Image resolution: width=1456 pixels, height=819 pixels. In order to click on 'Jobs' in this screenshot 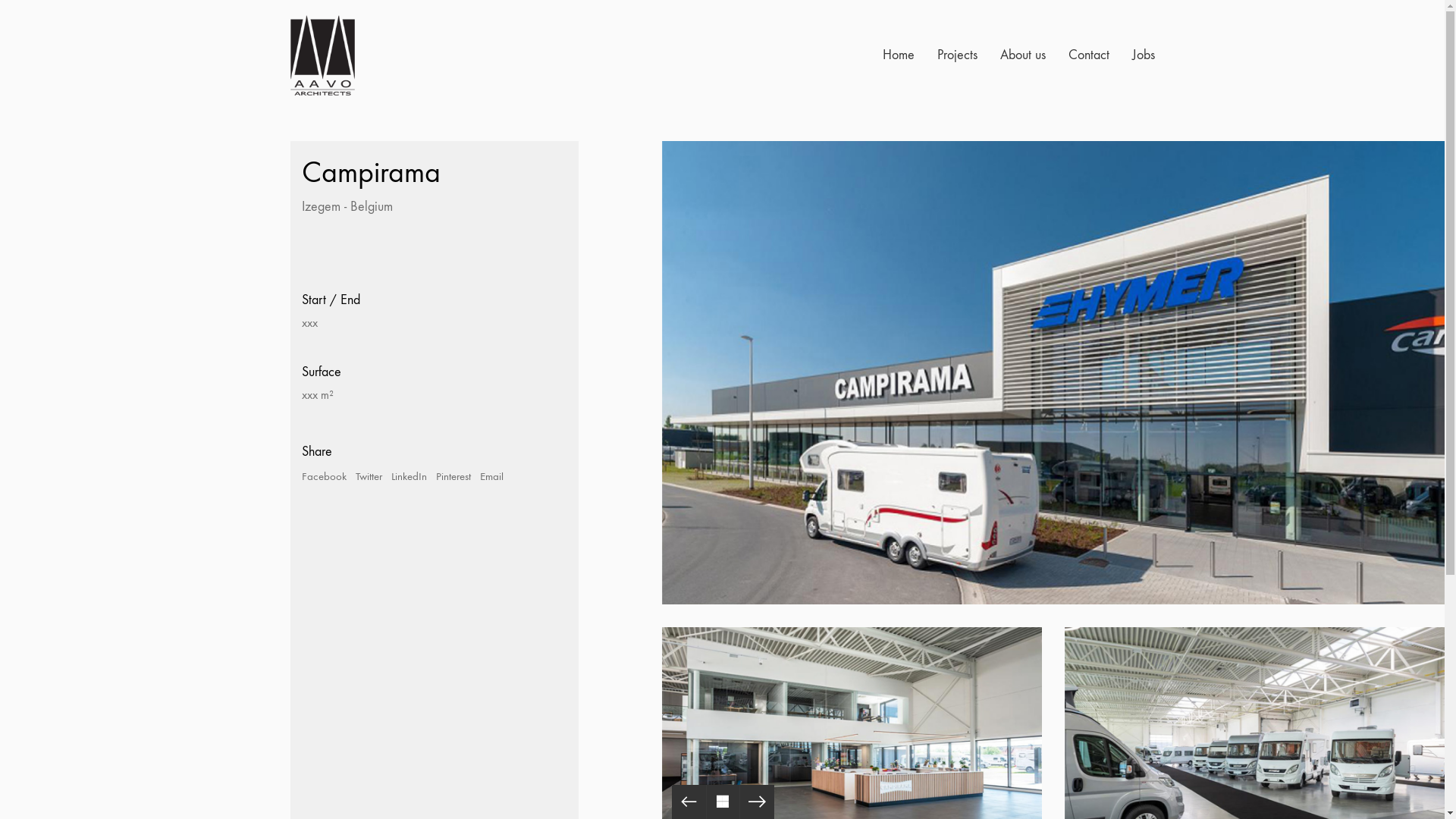, I will do `click(1143, 55)`.